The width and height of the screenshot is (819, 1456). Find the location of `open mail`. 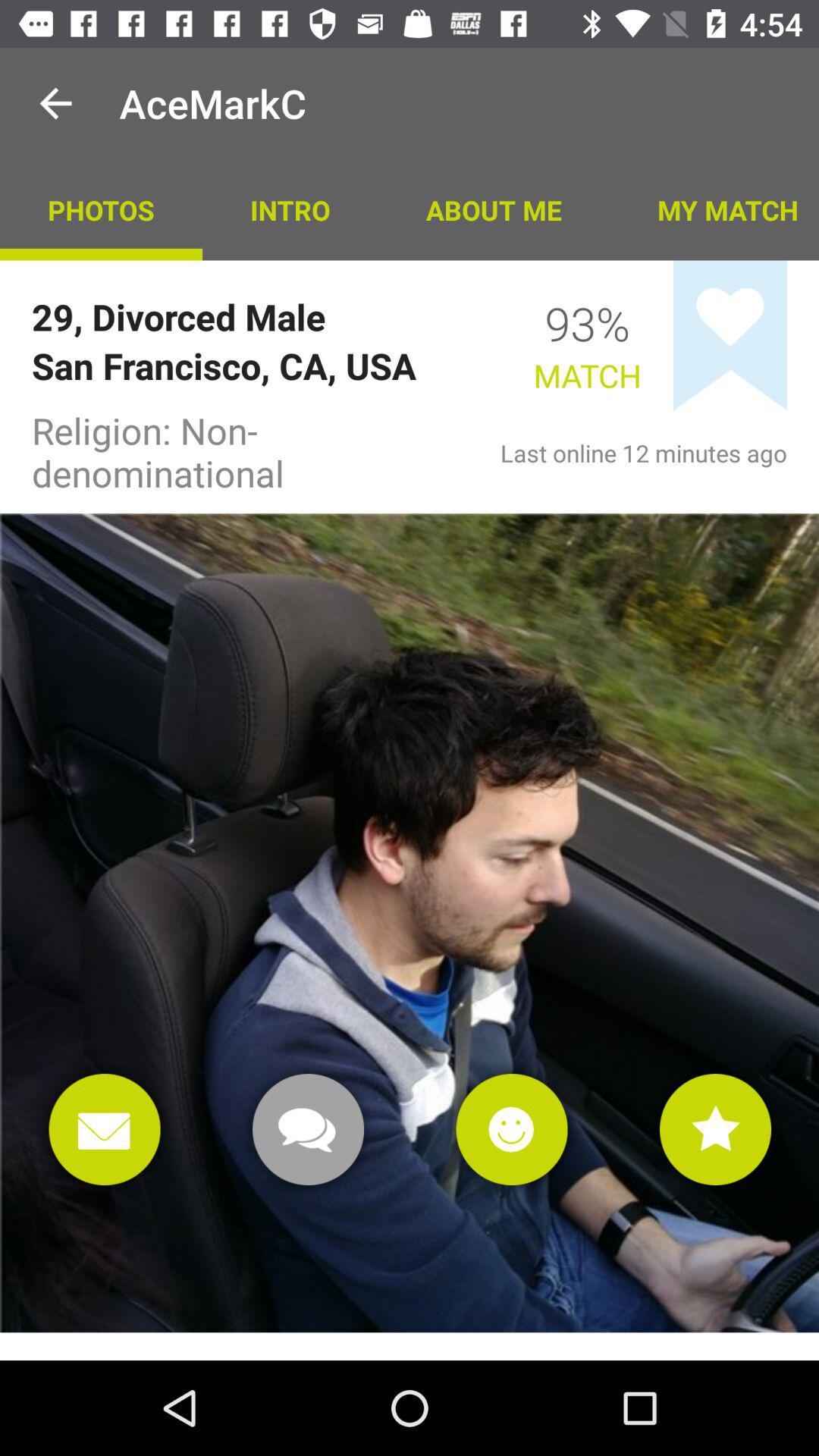

open mail is located at coordinates (104, 1129).